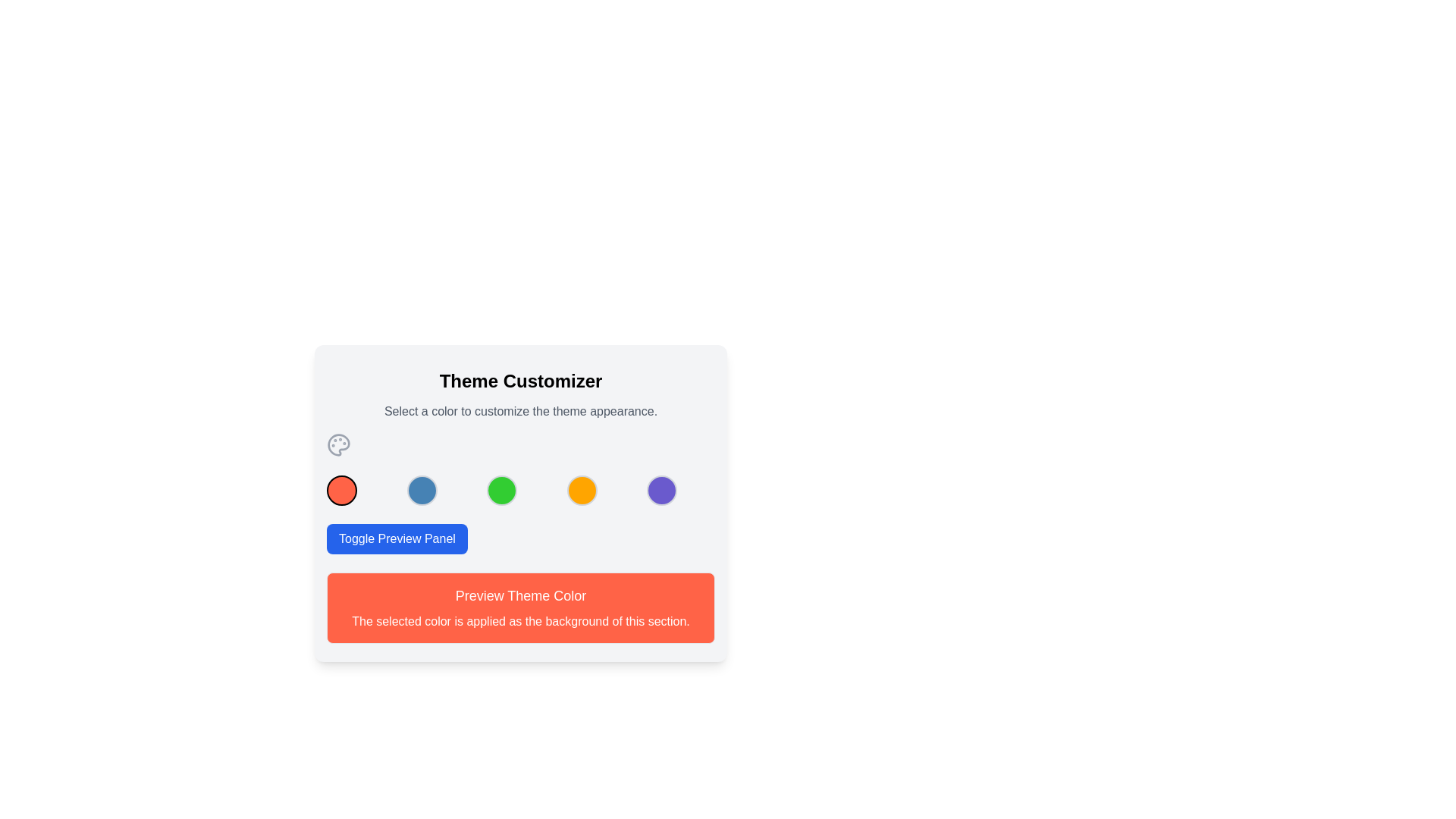  What do you see at coordinates (341, 491) in the screenshot?
I see `the first circular selectable color option button, which has a vibrant orange-red background and a black border` at bounding box center [341, 491].